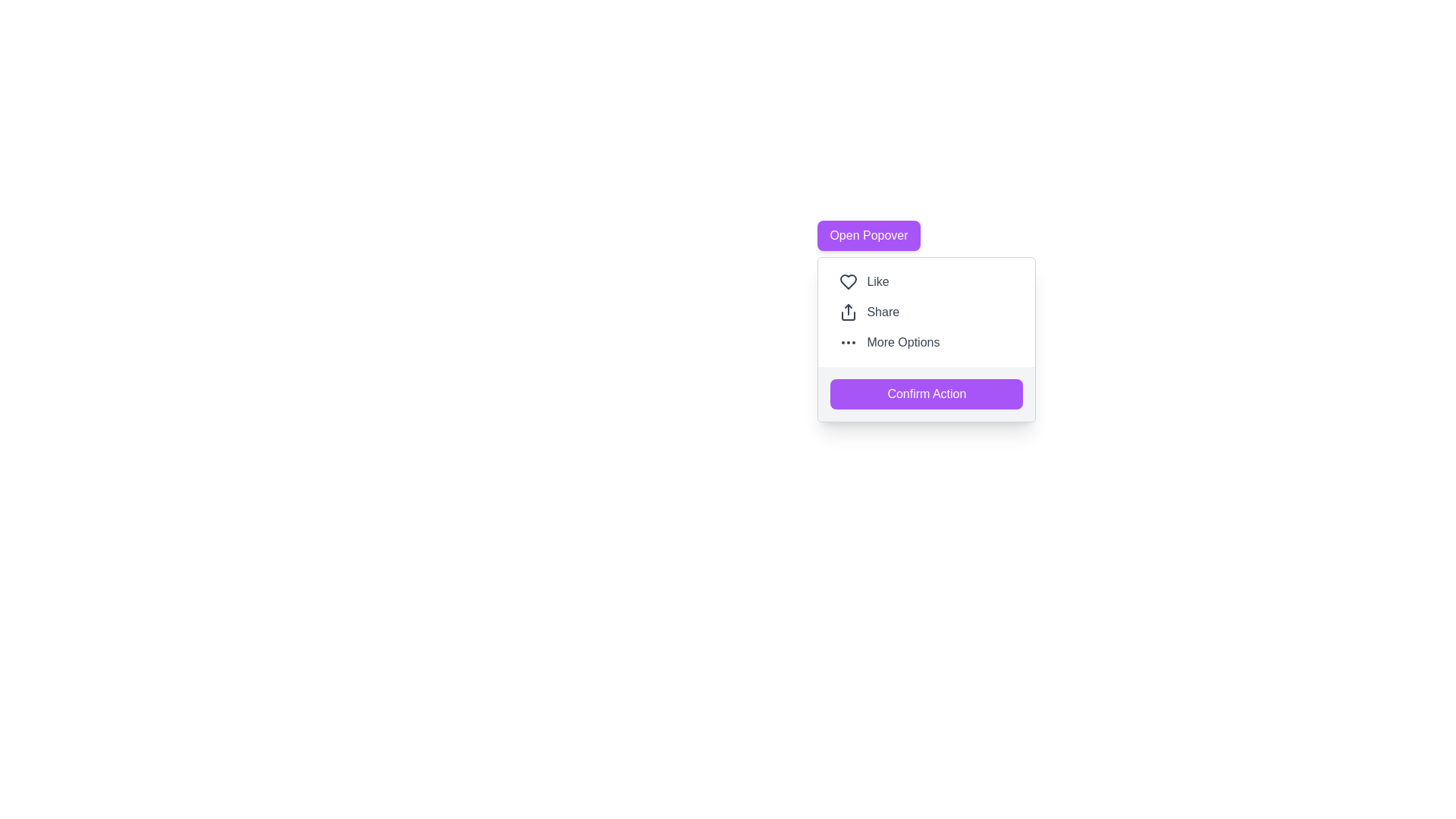  I want to click on text label that says 'More Options', which is dark gray and positioned at the bottom of a popover menu next to three circular ellipsis dots, so click(903, 342).